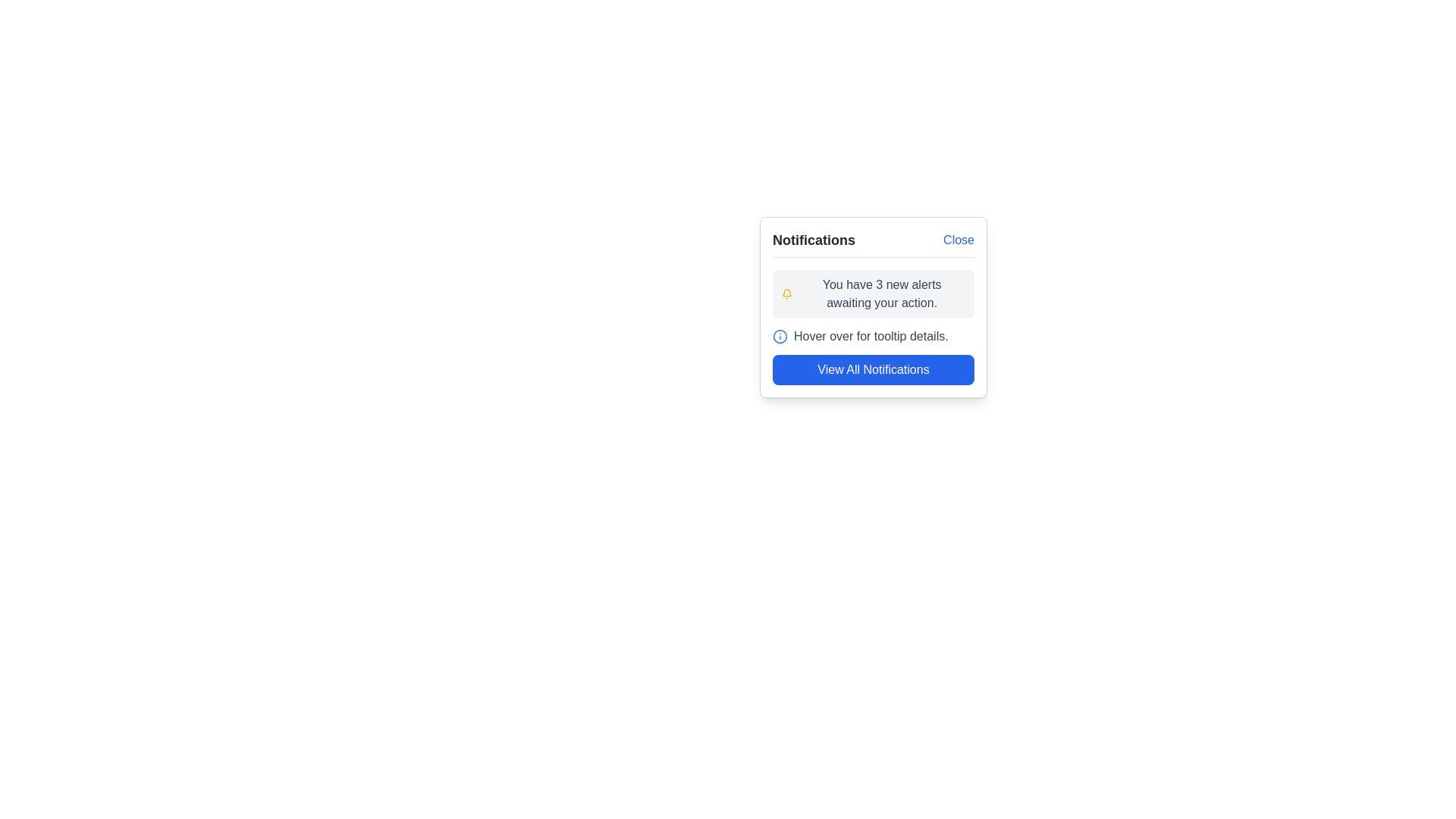 This screenshot has height=819, width=1456. I want to click on the static text that provides instruction to guide the user, located beneath the 'You have 3 new alerts awaiting your action.' notification and above the 'View All Notifications' button, so click(871, 335).